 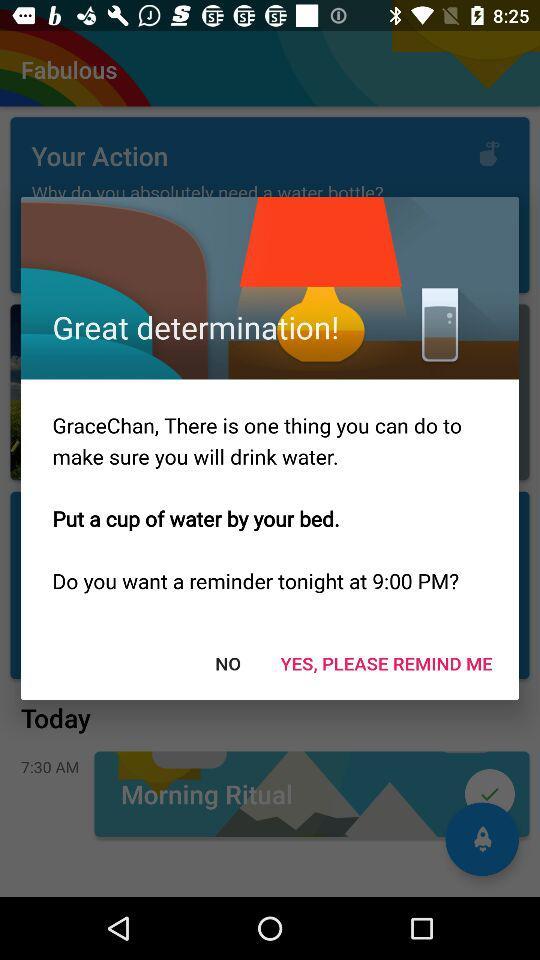 What do you see at coordinates (386, 663) in the screenshot?
I see `item to the right of no` at bounding box center [386, 663].